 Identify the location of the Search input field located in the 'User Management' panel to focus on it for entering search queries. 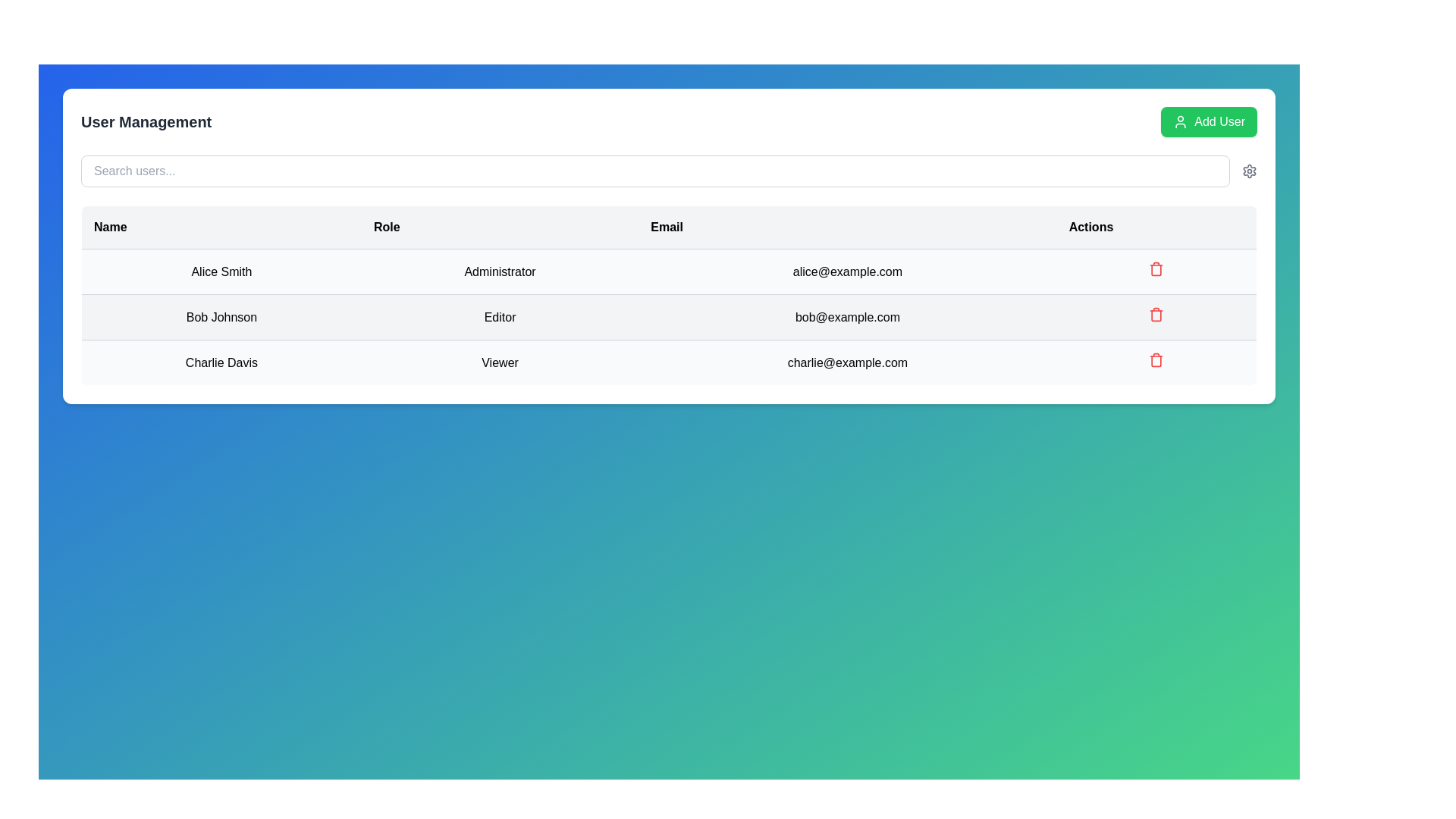
(668, 171).